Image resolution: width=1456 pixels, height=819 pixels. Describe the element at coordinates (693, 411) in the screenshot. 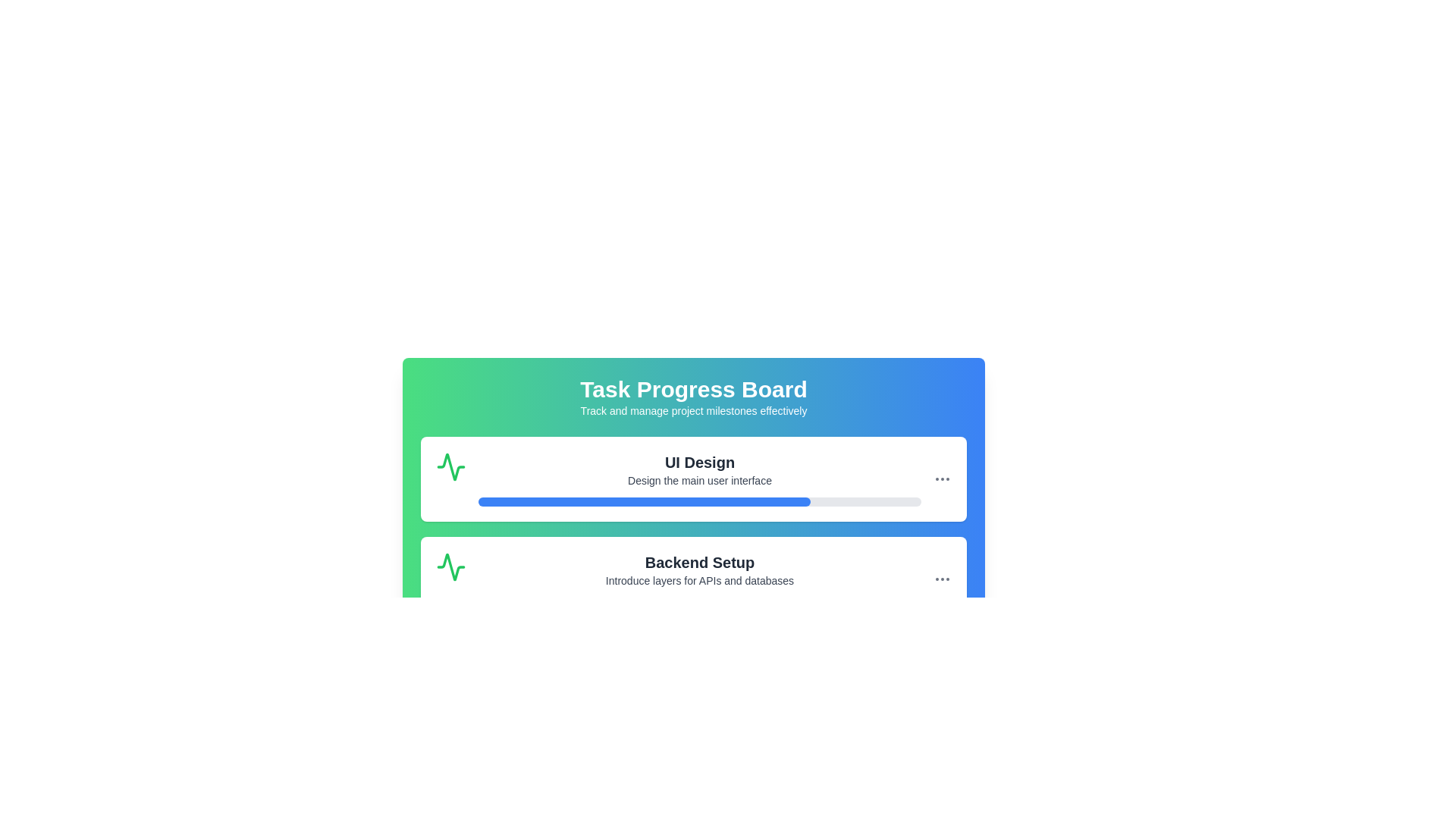

I see `descriptive text label located below the 'Task Progress Board' title, which explains the purpose or functionality of this section` at that location.